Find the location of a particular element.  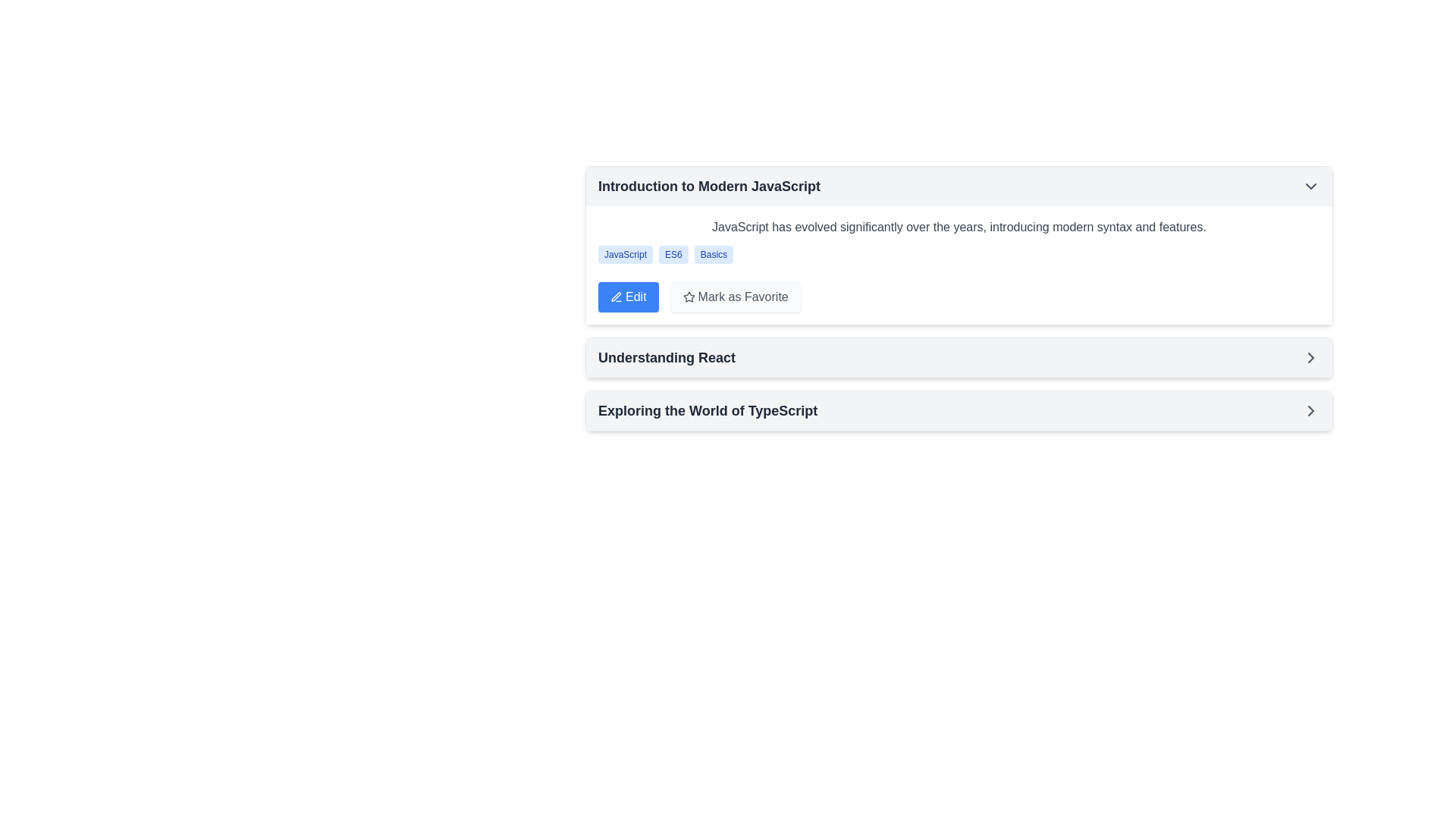

the gray chevron icon on the far right of the 'Exploring the World of TypeScript' section is located at coordinates (1310, 411).